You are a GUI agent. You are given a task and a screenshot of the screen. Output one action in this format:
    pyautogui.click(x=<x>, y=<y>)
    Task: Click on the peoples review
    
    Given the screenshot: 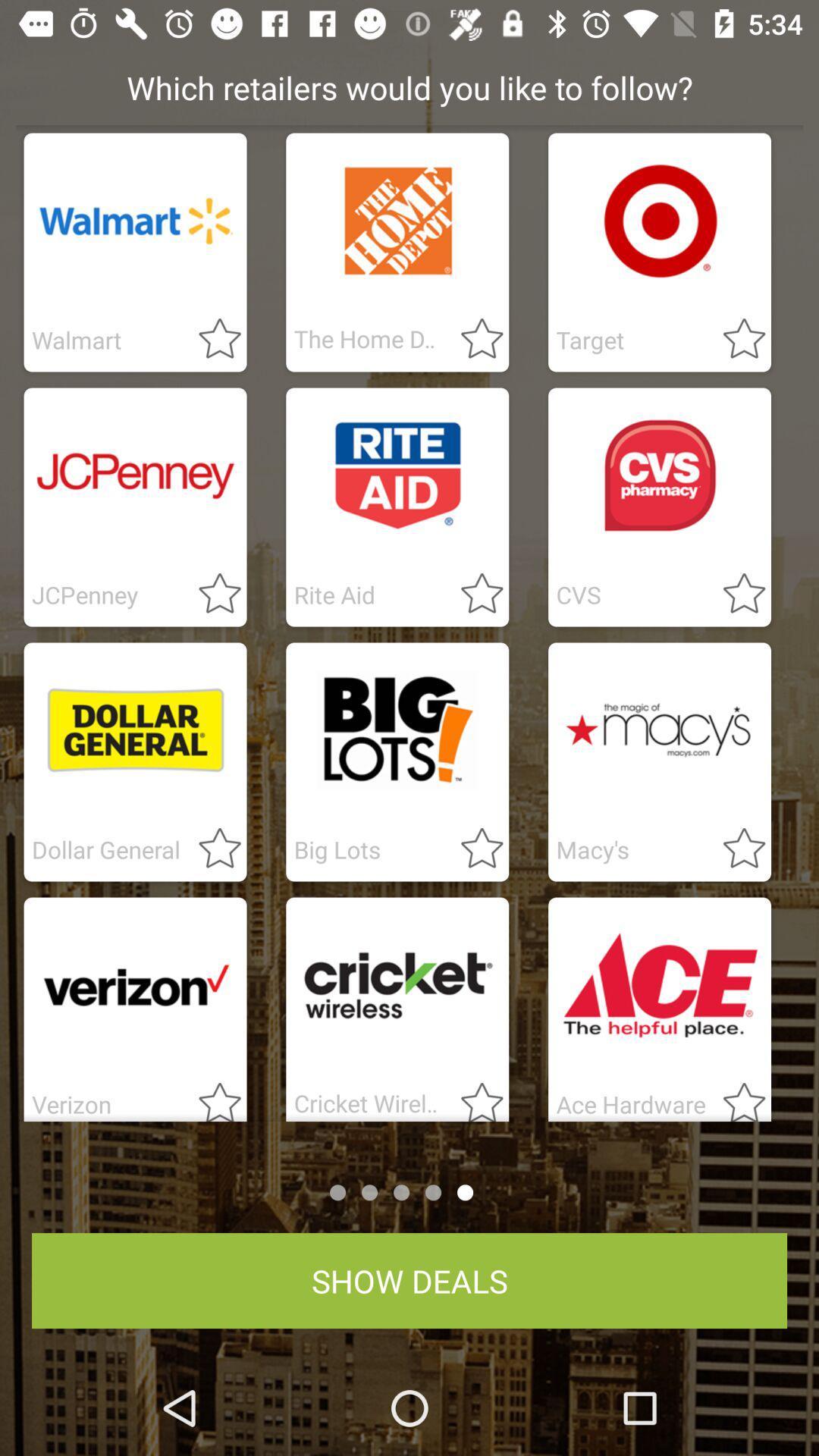 What is the action you would take?
    pyautogui.click(x=472, y=1097)
    